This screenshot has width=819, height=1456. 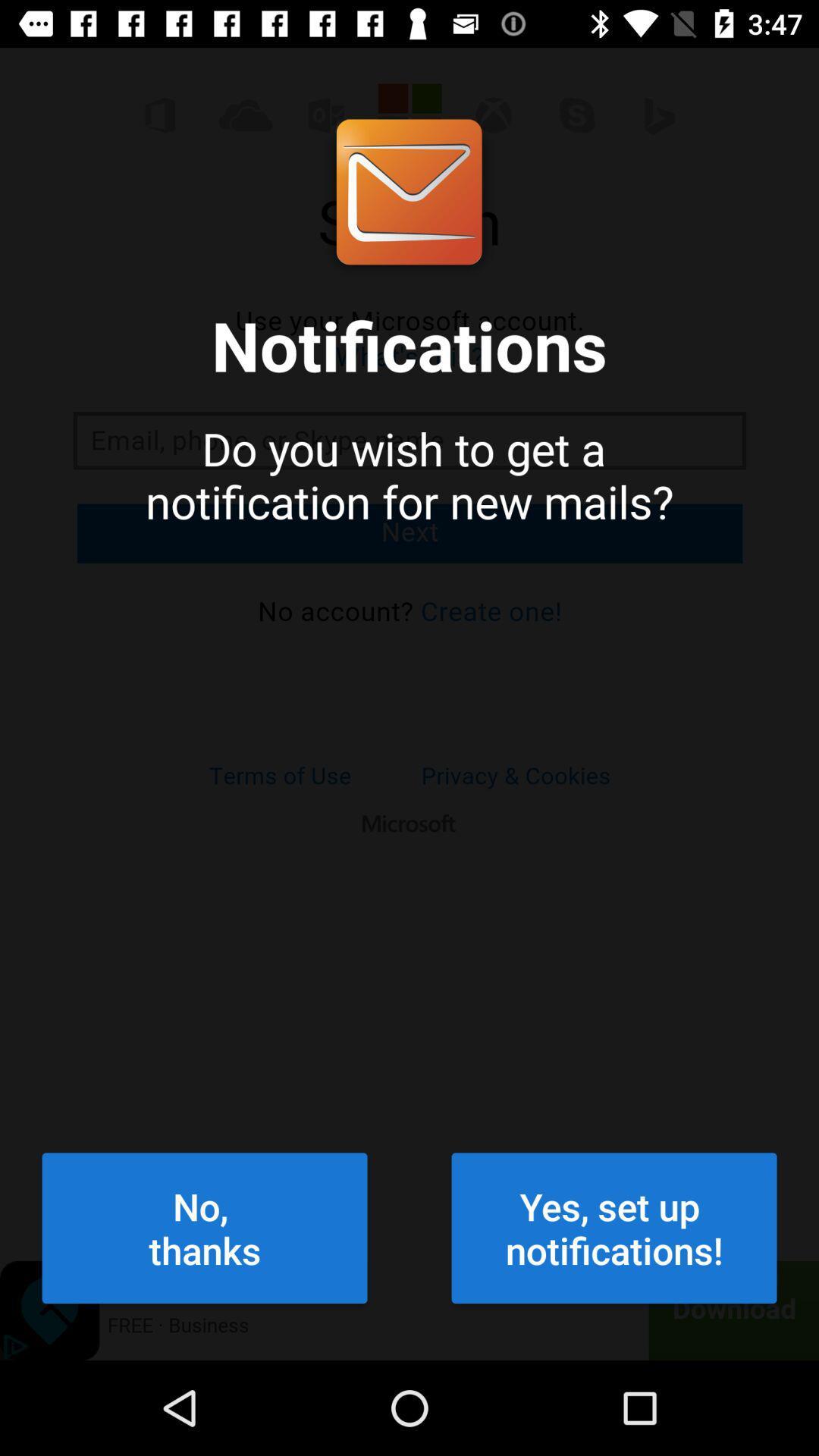 What do you see at coordinates (614, 1228) in the screenshot?
I see `item below do you wish app` at bounding box center [614, 1228].